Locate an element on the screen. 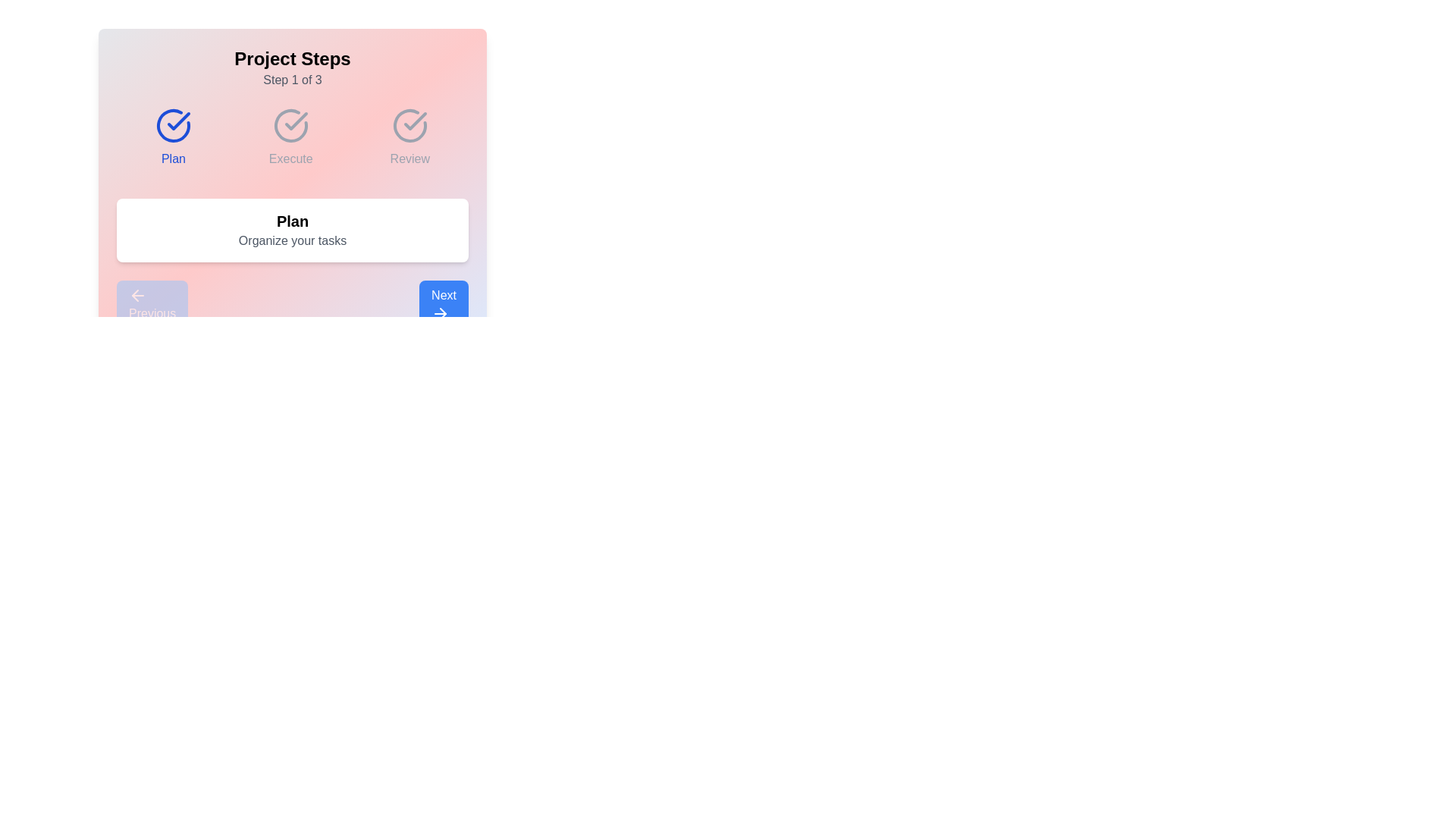  'Next' button to navigate to the next step is located at coordinates (443, 304).